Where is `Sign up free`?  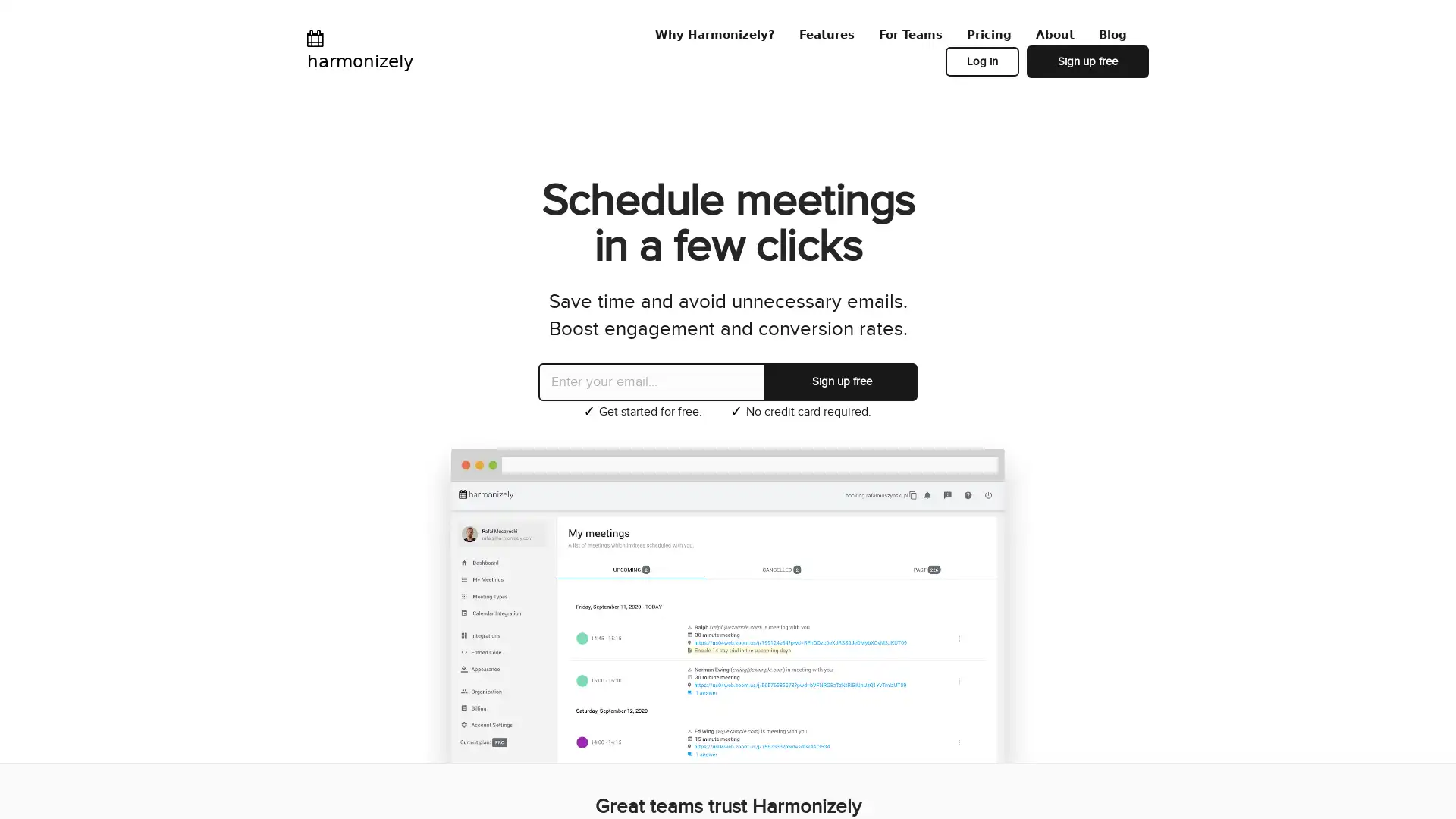
Sign up free is located at coordinates (840, 380).